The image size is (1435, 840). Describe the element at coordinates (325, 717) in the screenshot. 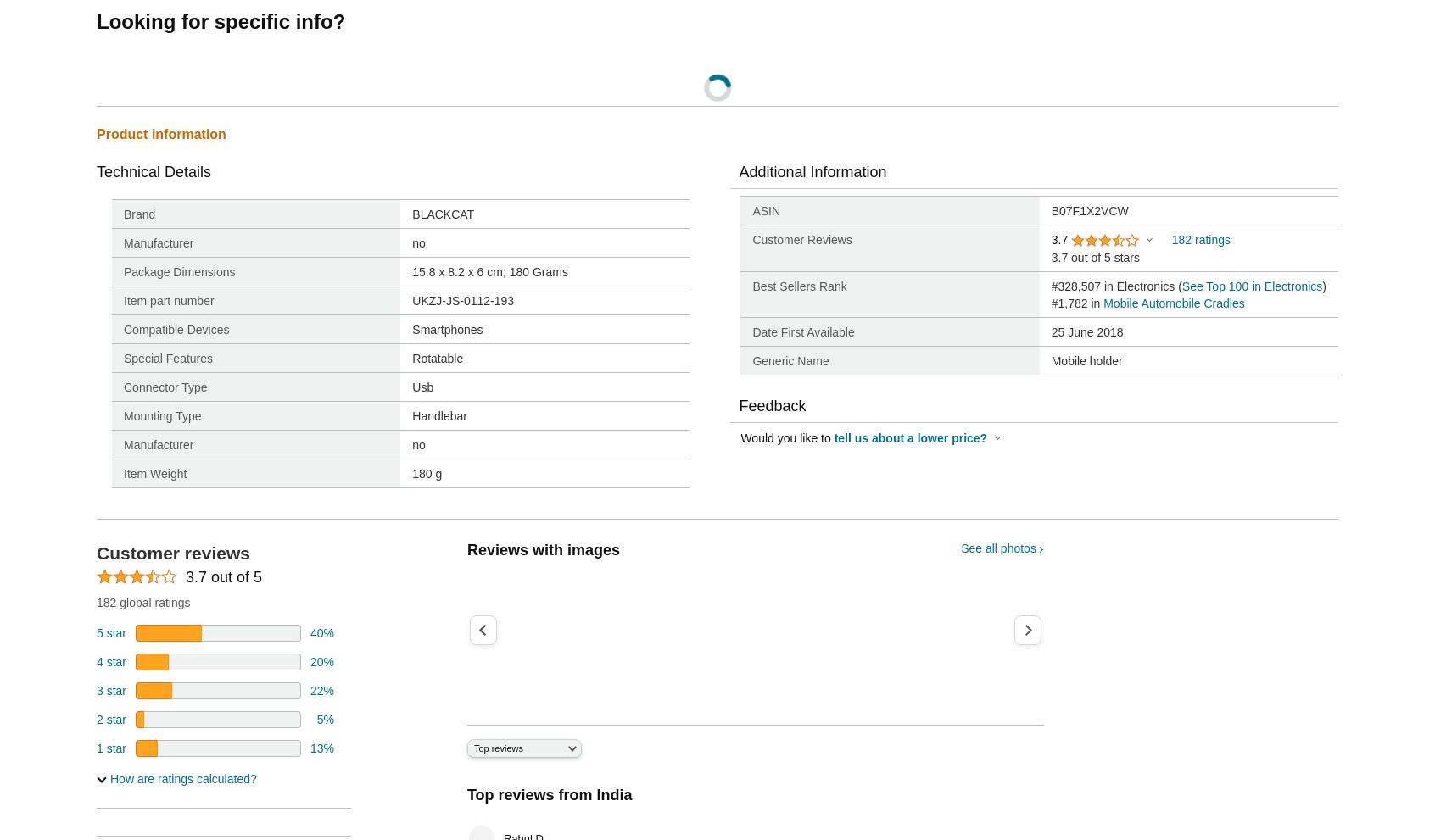

I see `'5%'` at that location.